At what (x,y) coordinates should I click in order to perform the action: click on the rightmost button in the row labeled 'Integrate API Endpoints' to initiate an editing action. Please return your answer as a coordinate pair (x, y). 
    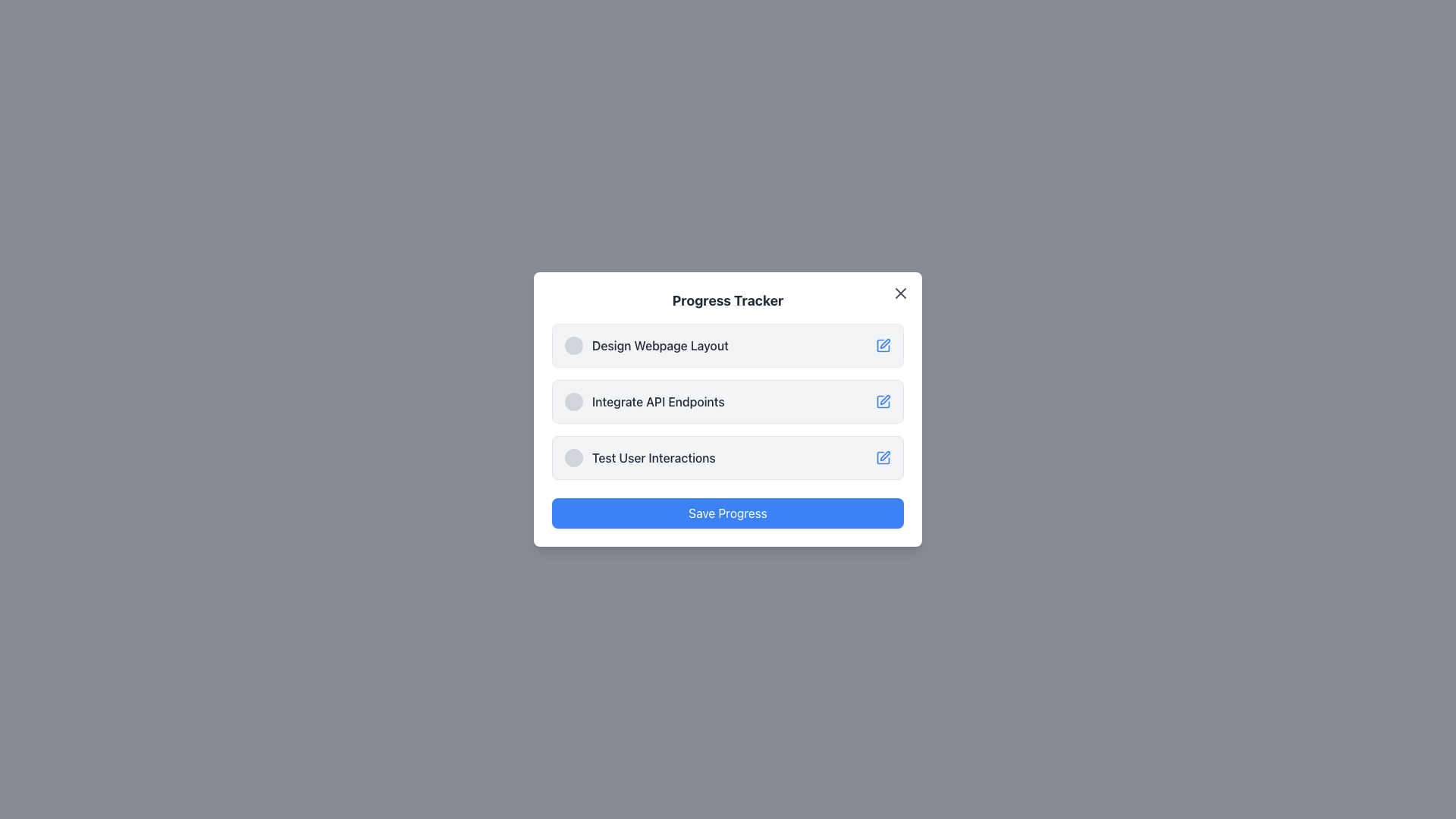
    Looking at the image, I should click on (883, 400).